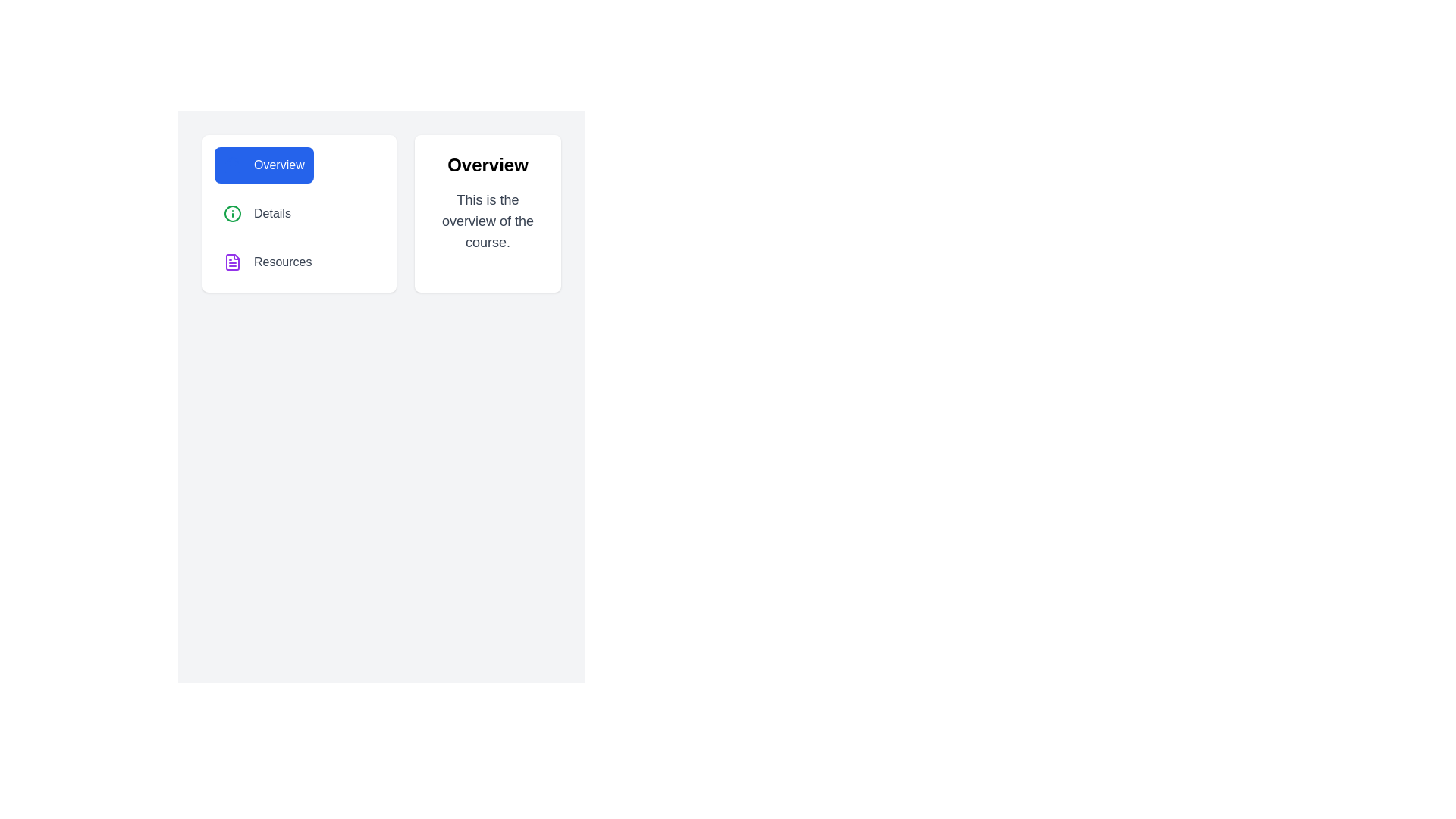  Describe the element at coordinates (272, 213) in the screenshot. I see `the 'Details' text label, which is a dark gray sans-serif label positioned left of a green circular icon and is the second item in a vertical list of labeled icons` at that location.